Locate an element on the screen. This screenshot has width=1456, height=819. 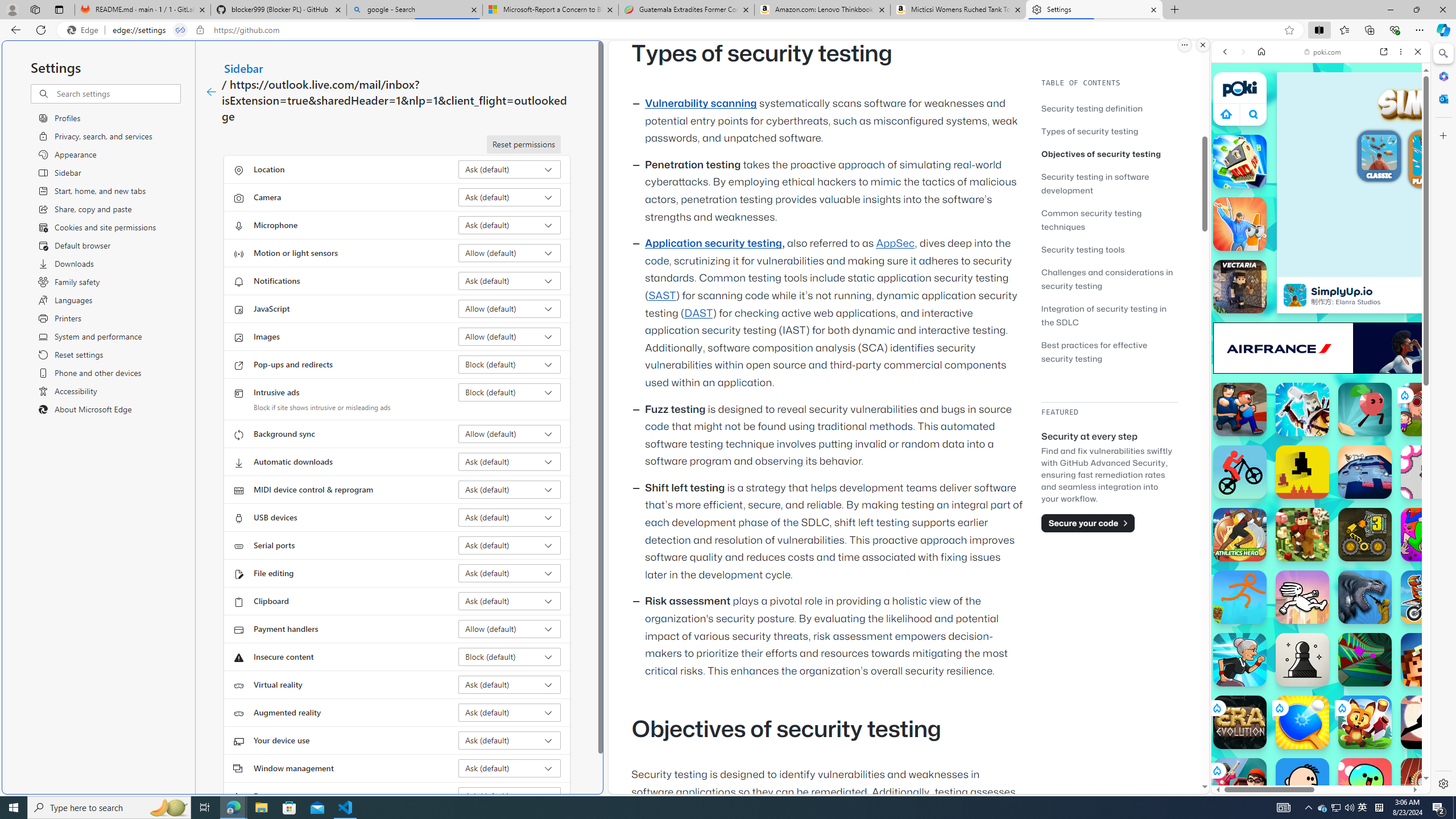
'Sidebar' is located at coordinates (243, 67).